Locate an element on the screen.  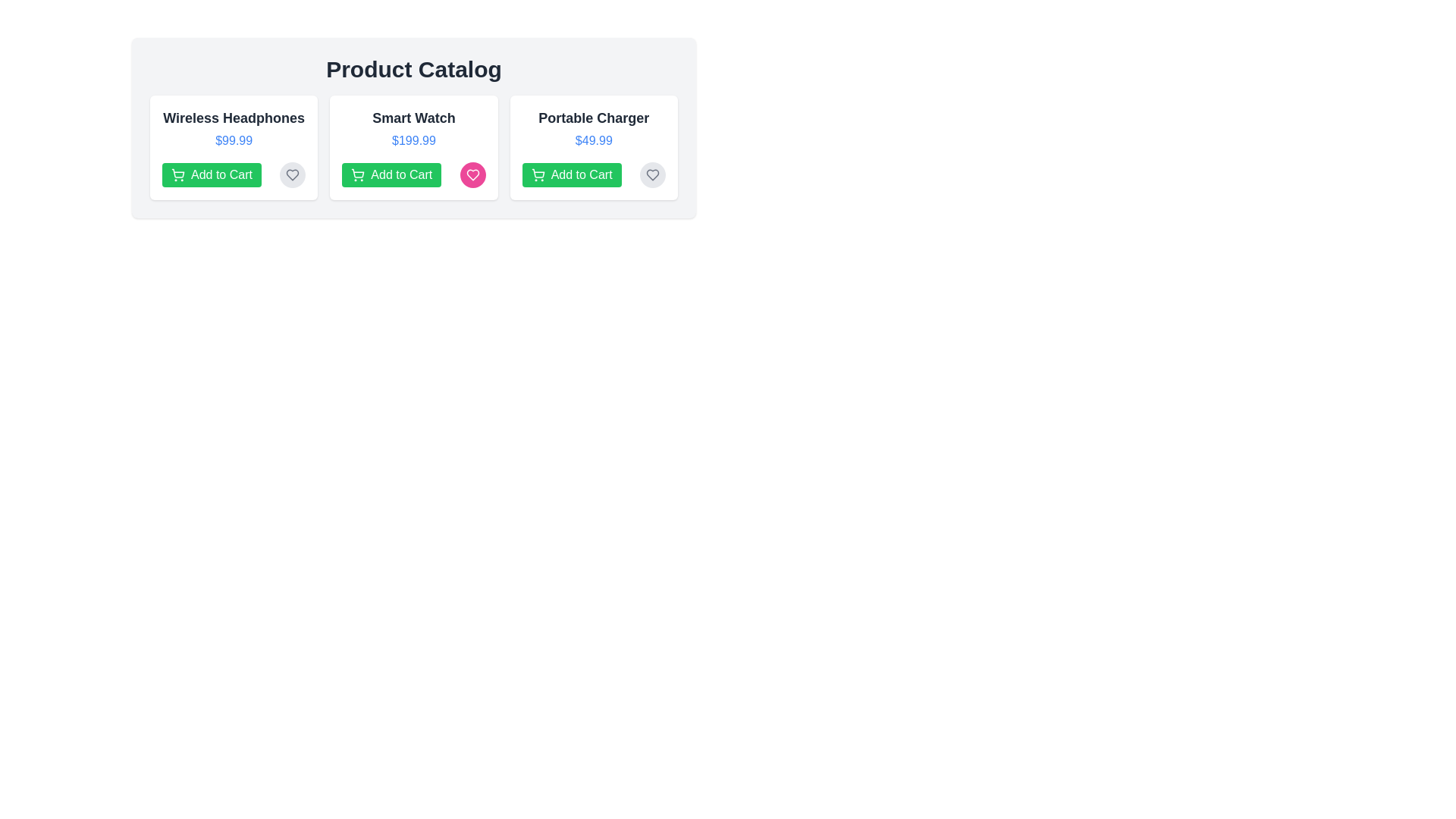
the name of the product Wireless Headphones from the list is located at coordinates (233, 117).